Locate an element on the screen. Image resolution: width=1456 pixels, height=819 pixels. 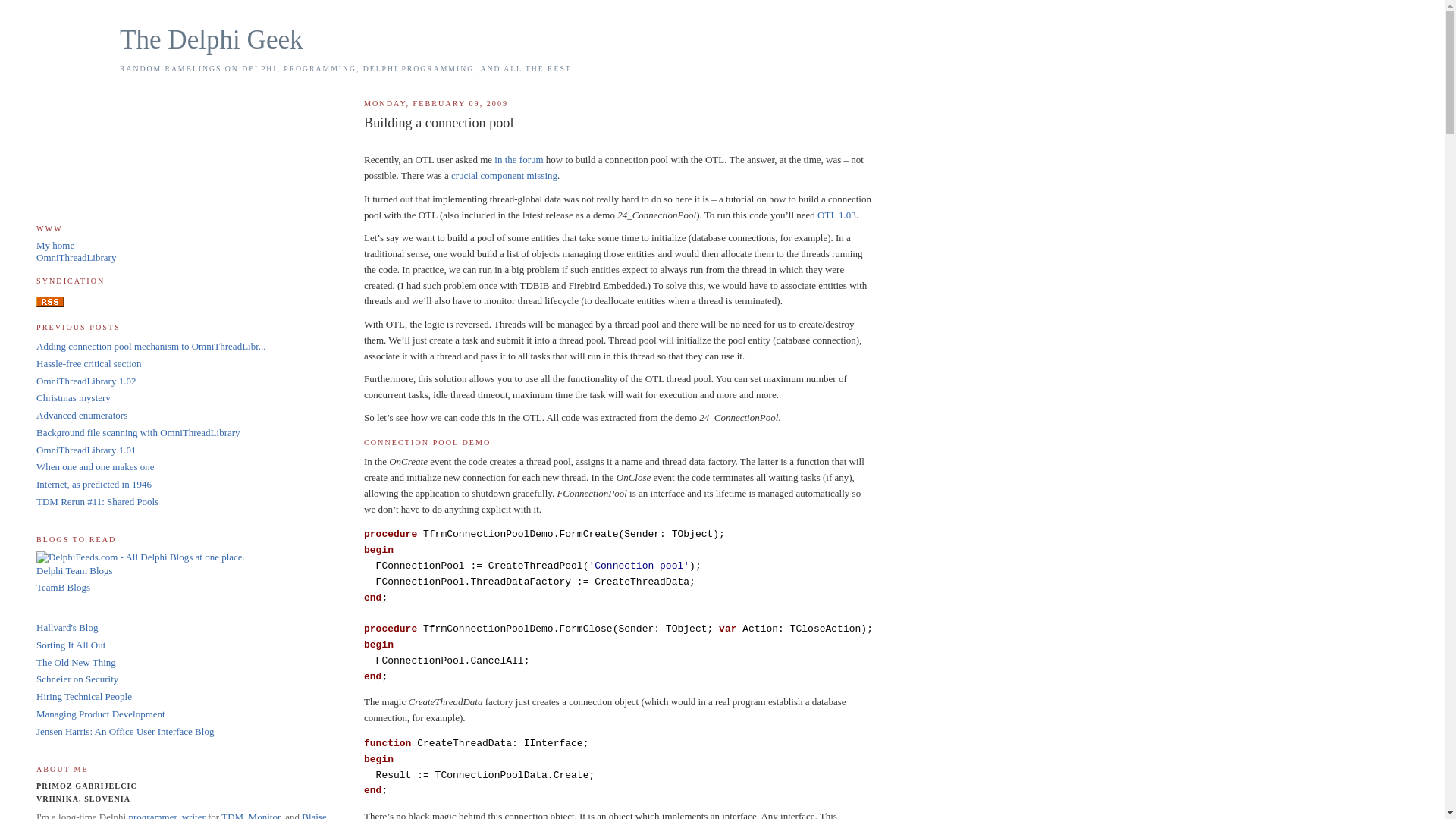
'Delphi Team Blogs' is located at coordinates (74, 570).